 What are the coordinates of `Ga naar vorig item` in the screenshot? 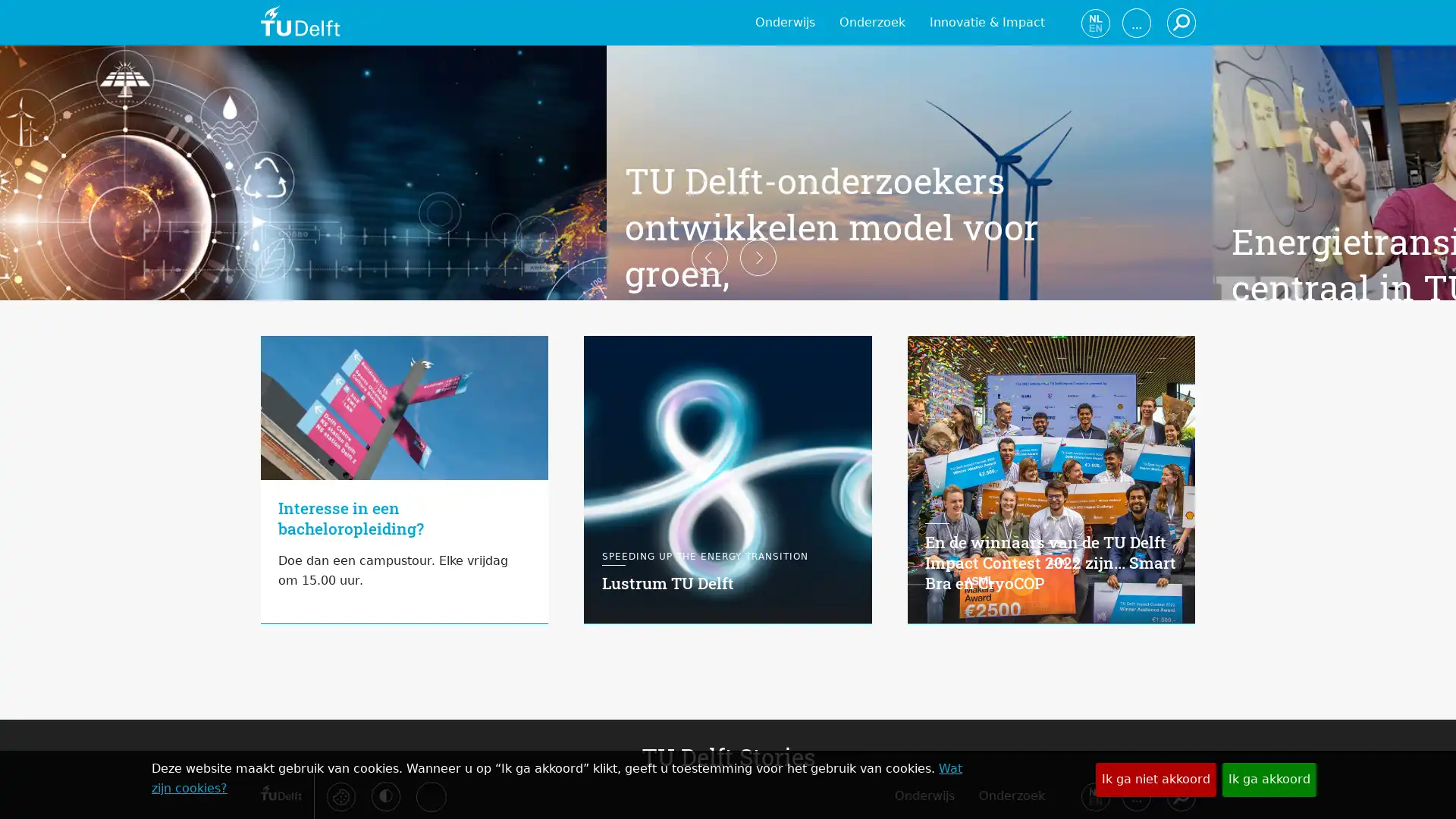 It's located at (236, 409).